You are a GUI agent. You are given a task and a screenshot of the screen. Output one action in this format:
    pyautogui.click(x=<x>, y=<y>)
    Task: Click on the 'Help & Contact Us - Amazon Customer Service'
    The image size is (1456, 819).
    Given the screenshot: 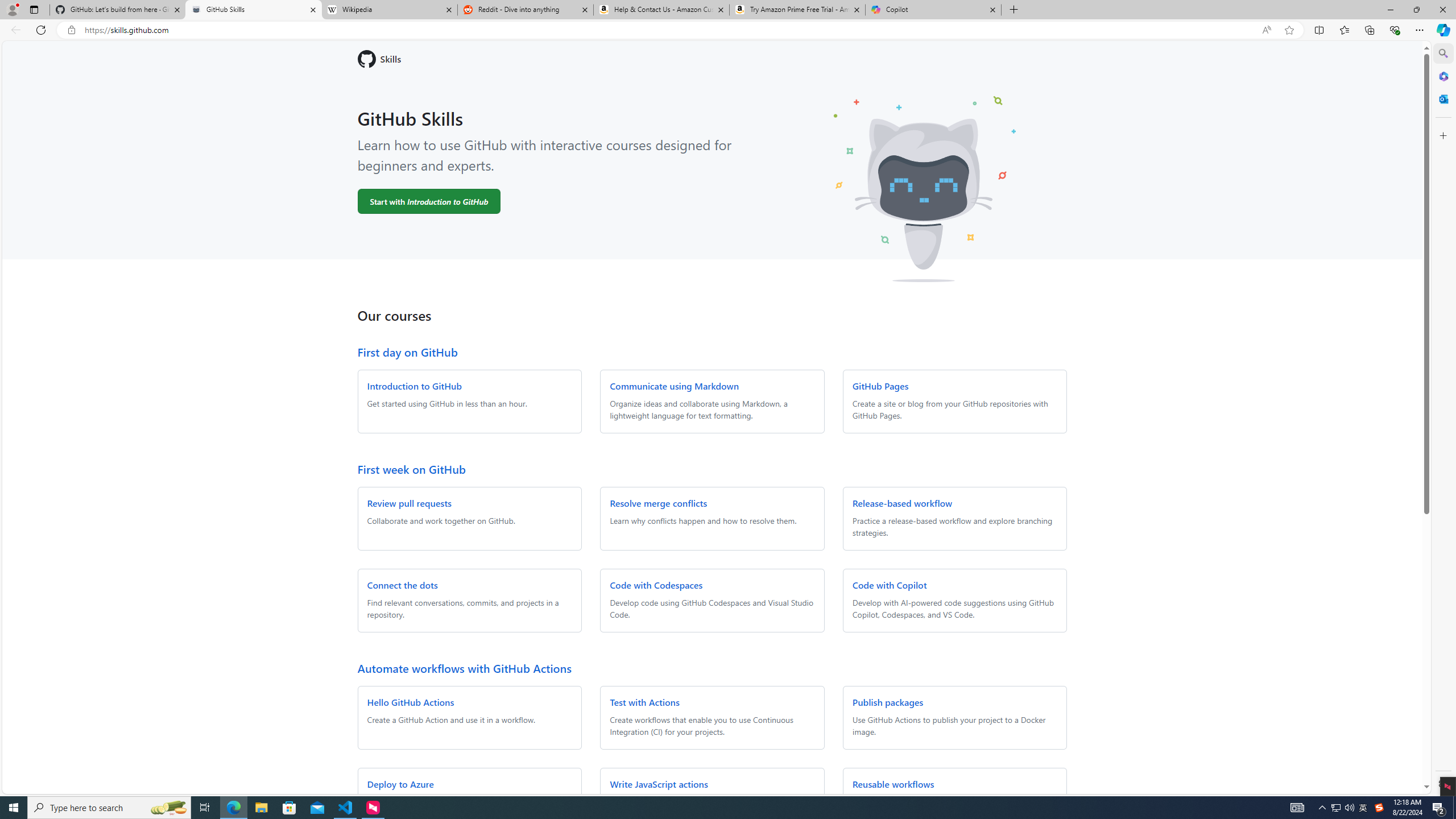 What is the action you would take?
    pyautogui.click(x=660, y=9)
    